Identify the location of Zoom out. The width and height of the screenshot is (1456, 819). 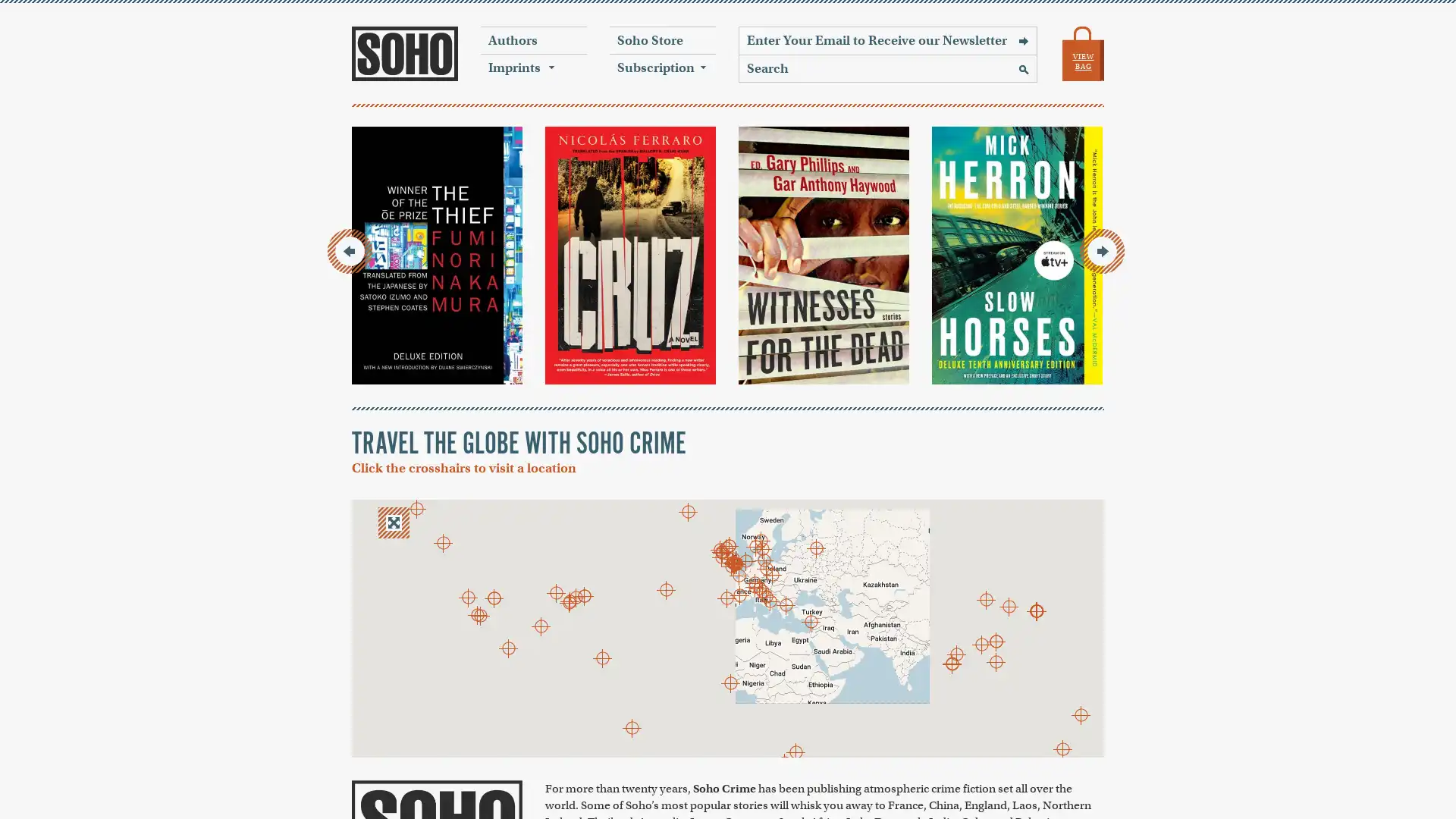
(1080, 722).